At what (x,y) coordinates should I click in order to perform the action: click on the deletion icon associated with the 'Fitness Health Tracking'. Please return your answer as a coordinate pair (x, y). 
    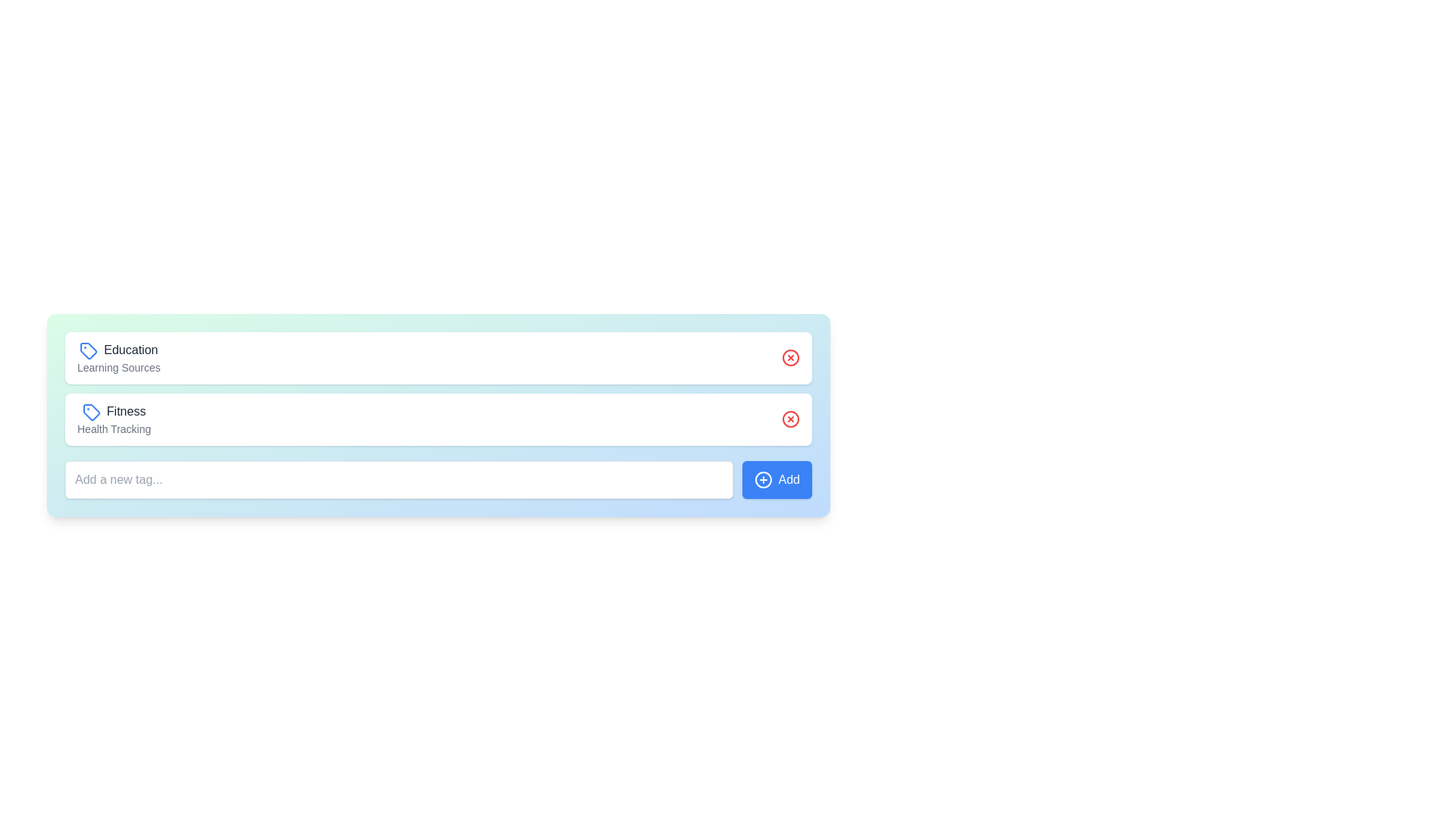
    Looking at the image, I should click on (789, 357).